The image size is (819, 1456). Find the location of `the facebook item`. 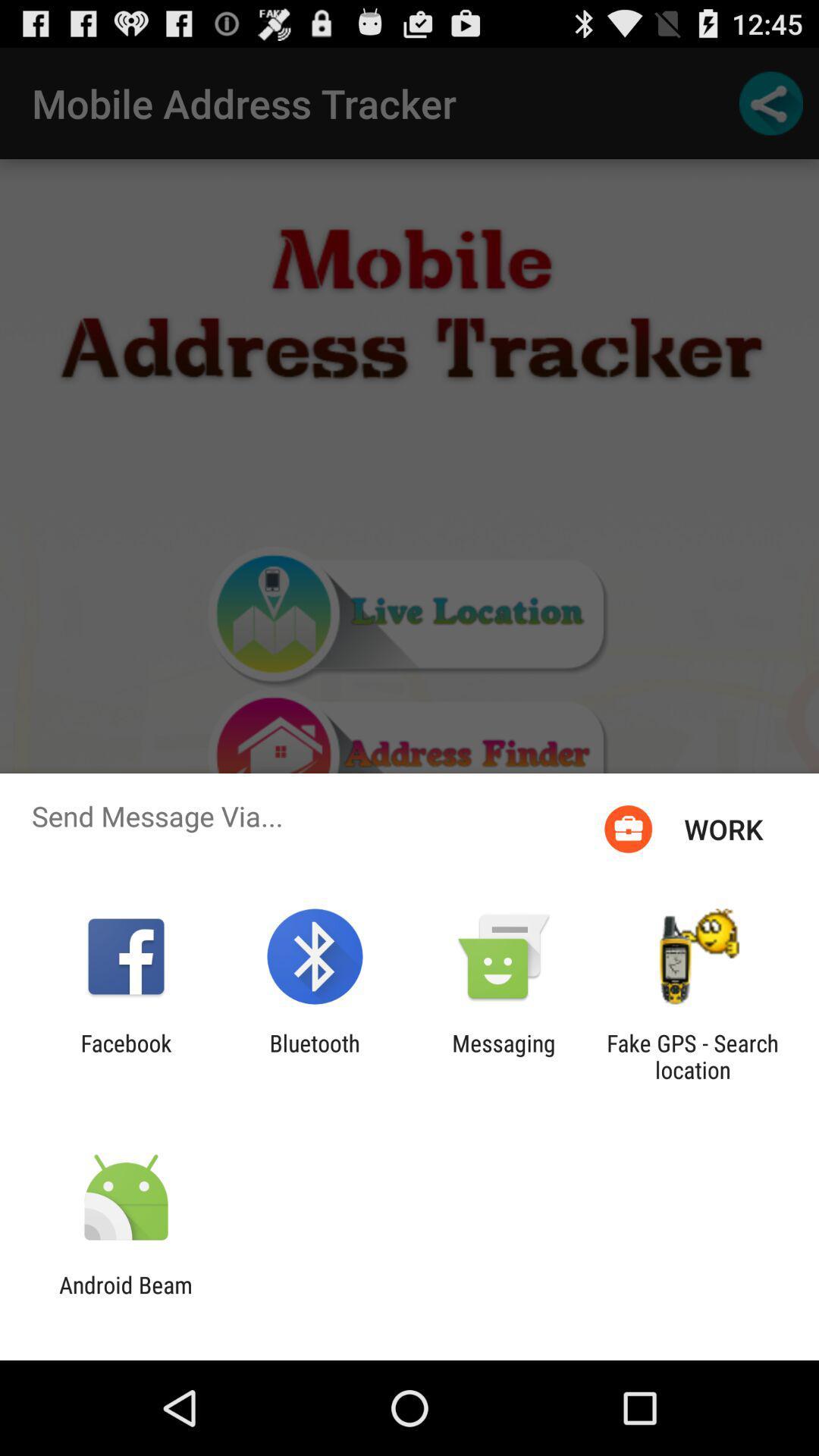

the facebook item is located at coordinates (125, 1056).